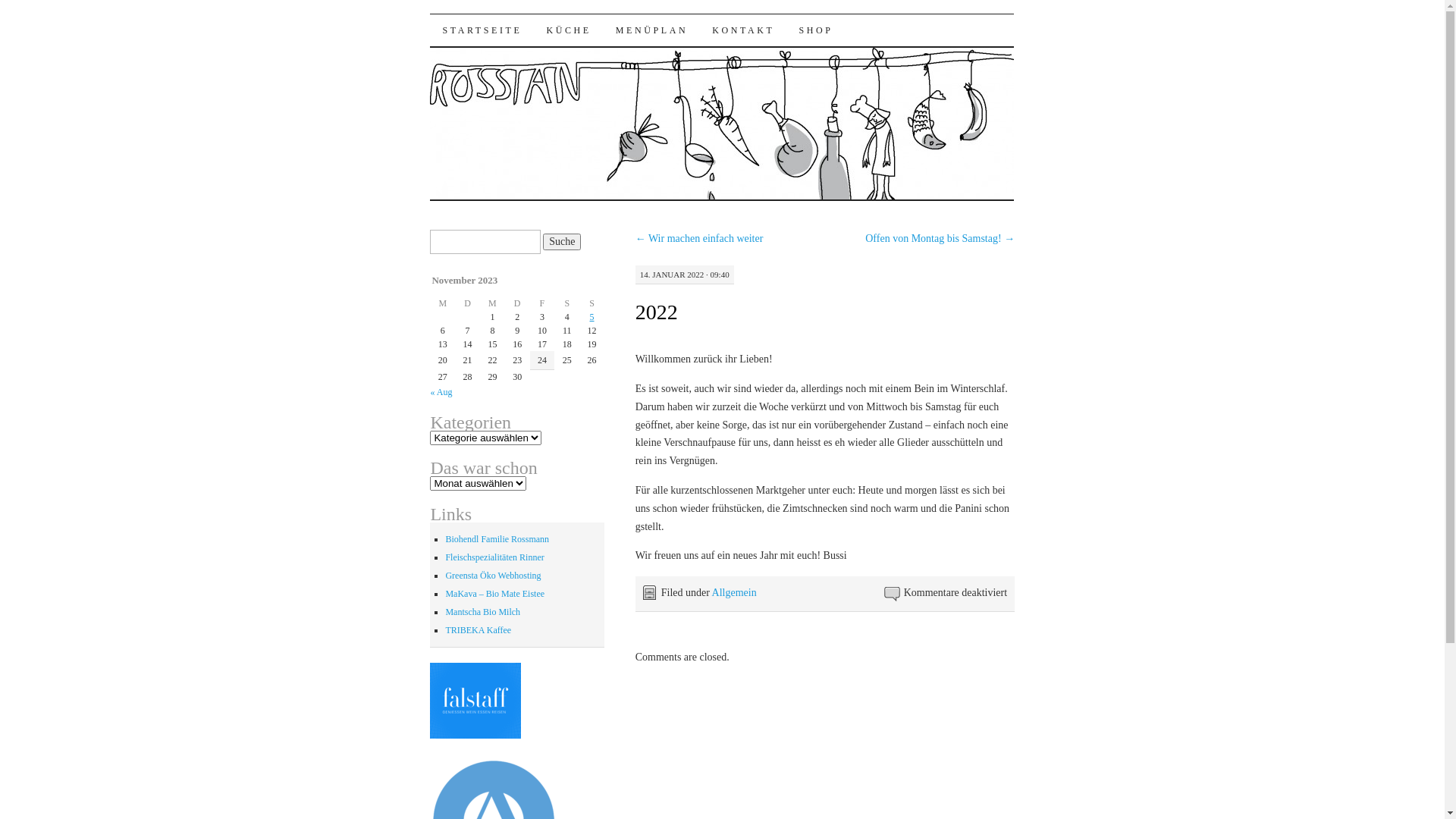  Describe the element at coordinates (477, 629) in the screenshot. I see `'TRIBEKA Kaffee'` at that location.